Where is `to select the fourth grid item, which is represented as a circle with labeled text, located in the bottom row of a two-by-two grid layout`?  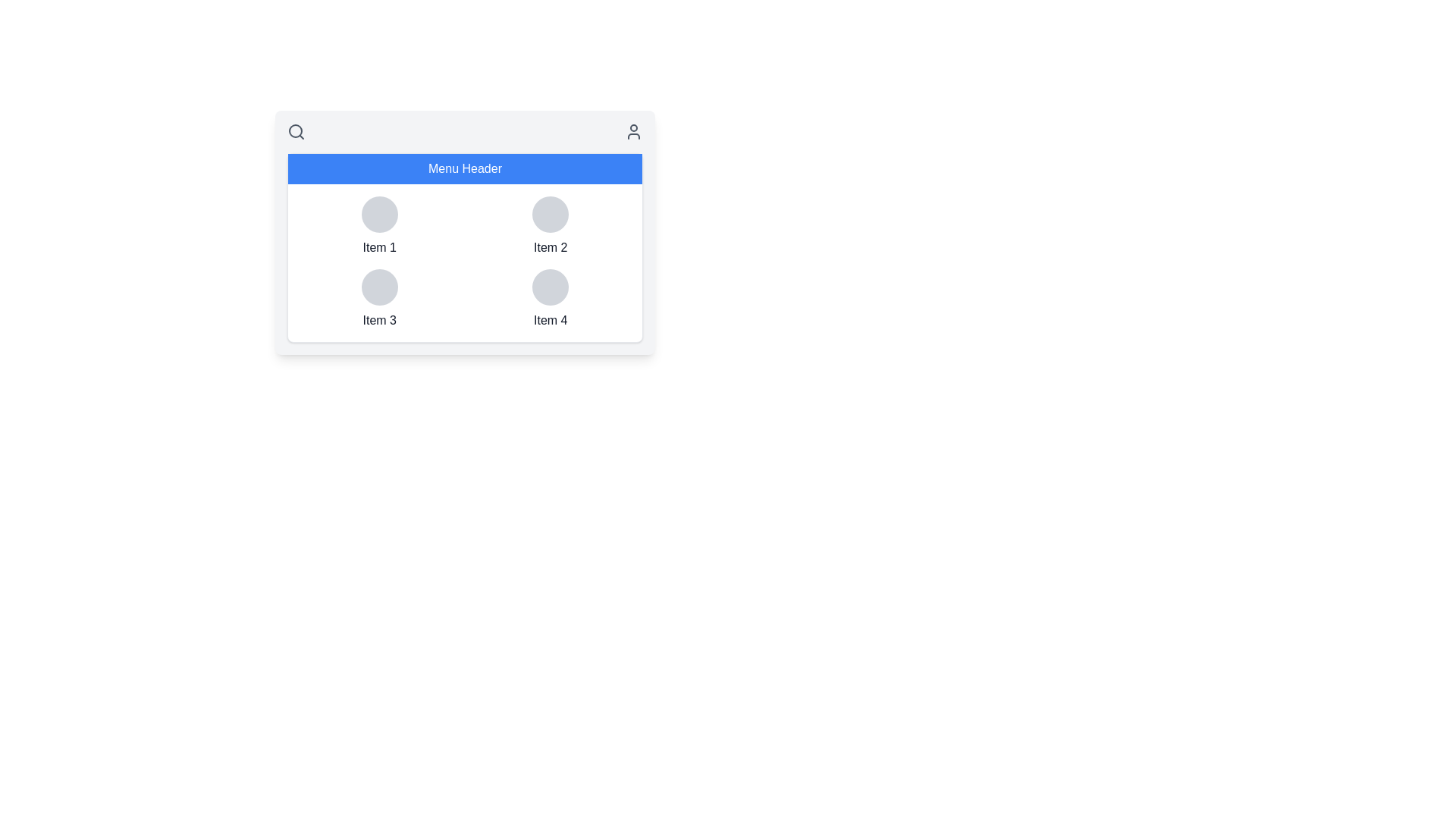
to select the fourth grid item, which is represented as a circle with labeled text, located in the bottom row of a two-by-two grid layout is located at coordinates (550, 299).